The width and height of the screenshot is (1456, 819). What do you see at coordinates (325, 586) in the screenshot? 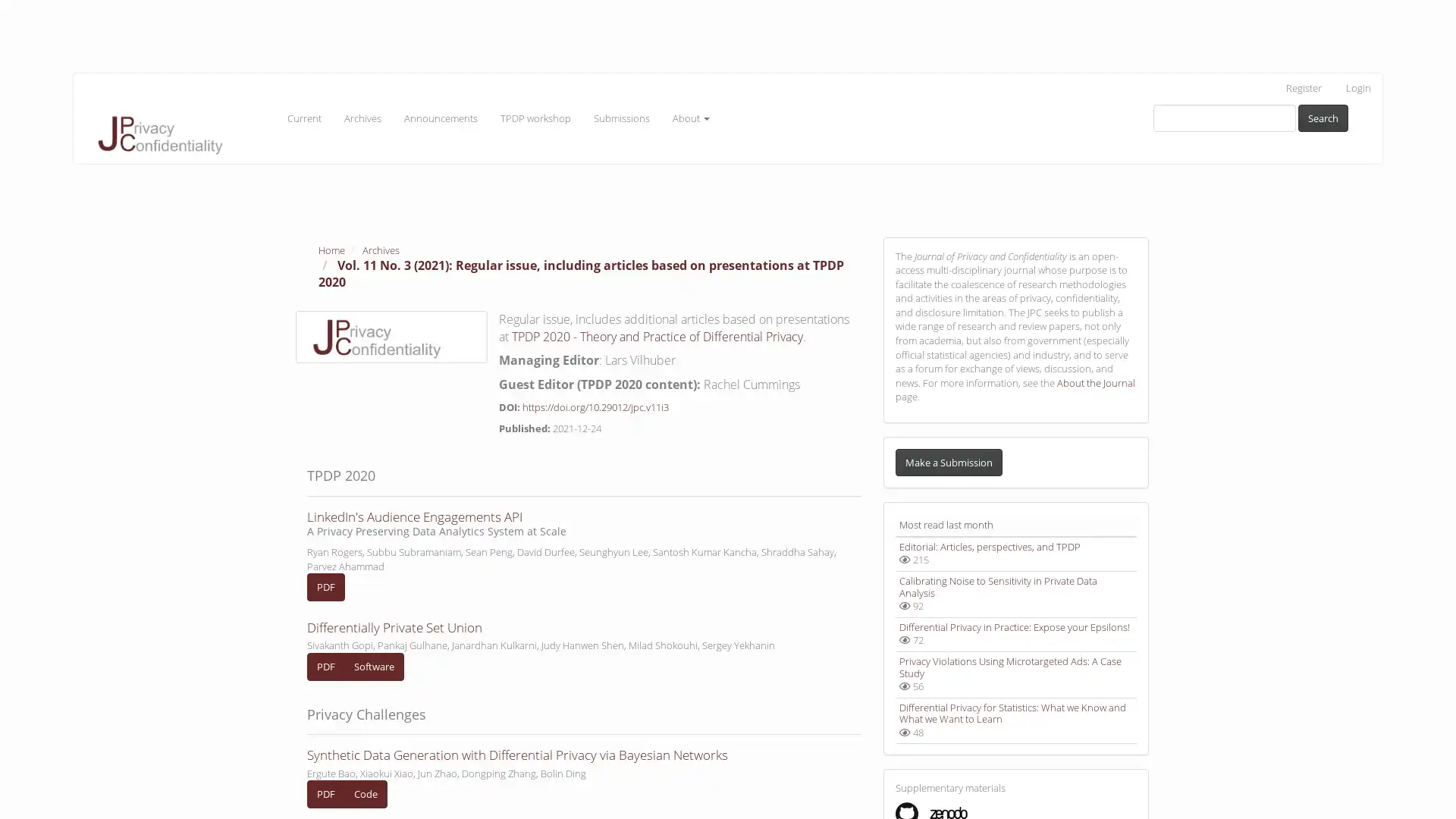
I see `PDF` at bounding box center [325, 586].